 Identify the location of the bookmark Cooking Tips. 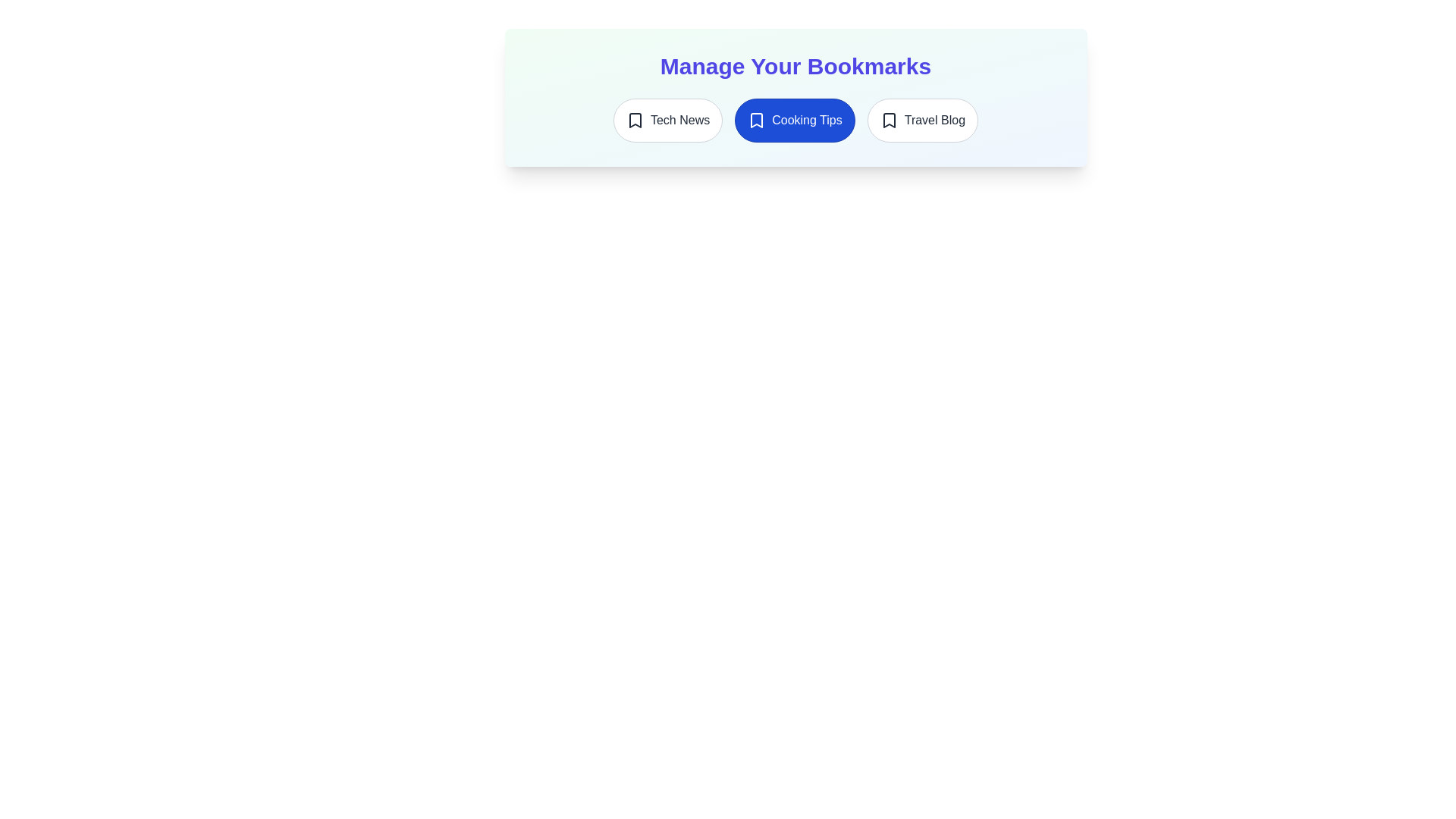
(794, 119).